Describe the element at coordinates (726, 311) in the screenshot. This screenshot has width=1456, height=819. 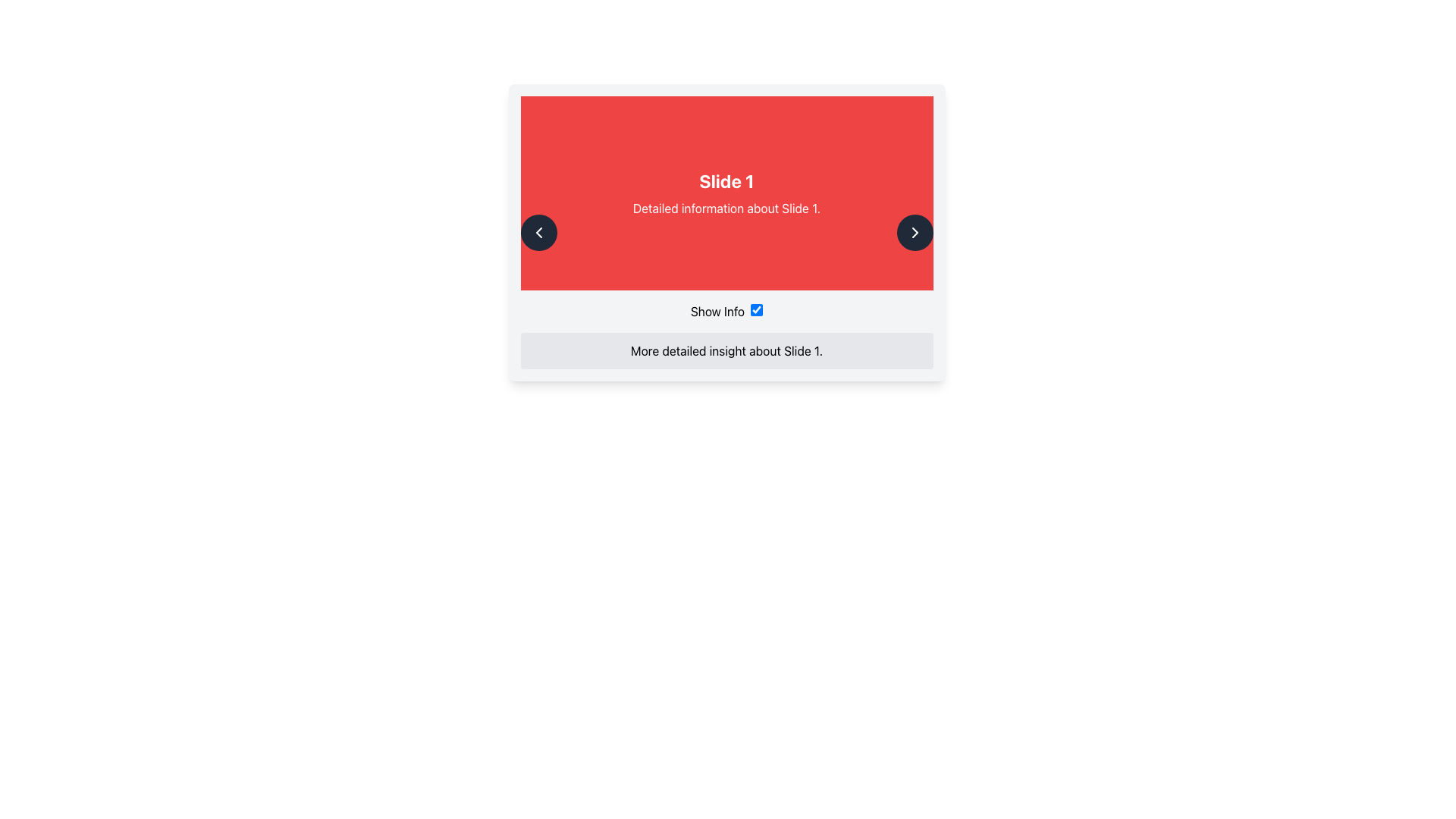
I see `the 'Show Info' text label or the checkbox component located beneath the red header 'Slide 1'` at that location.